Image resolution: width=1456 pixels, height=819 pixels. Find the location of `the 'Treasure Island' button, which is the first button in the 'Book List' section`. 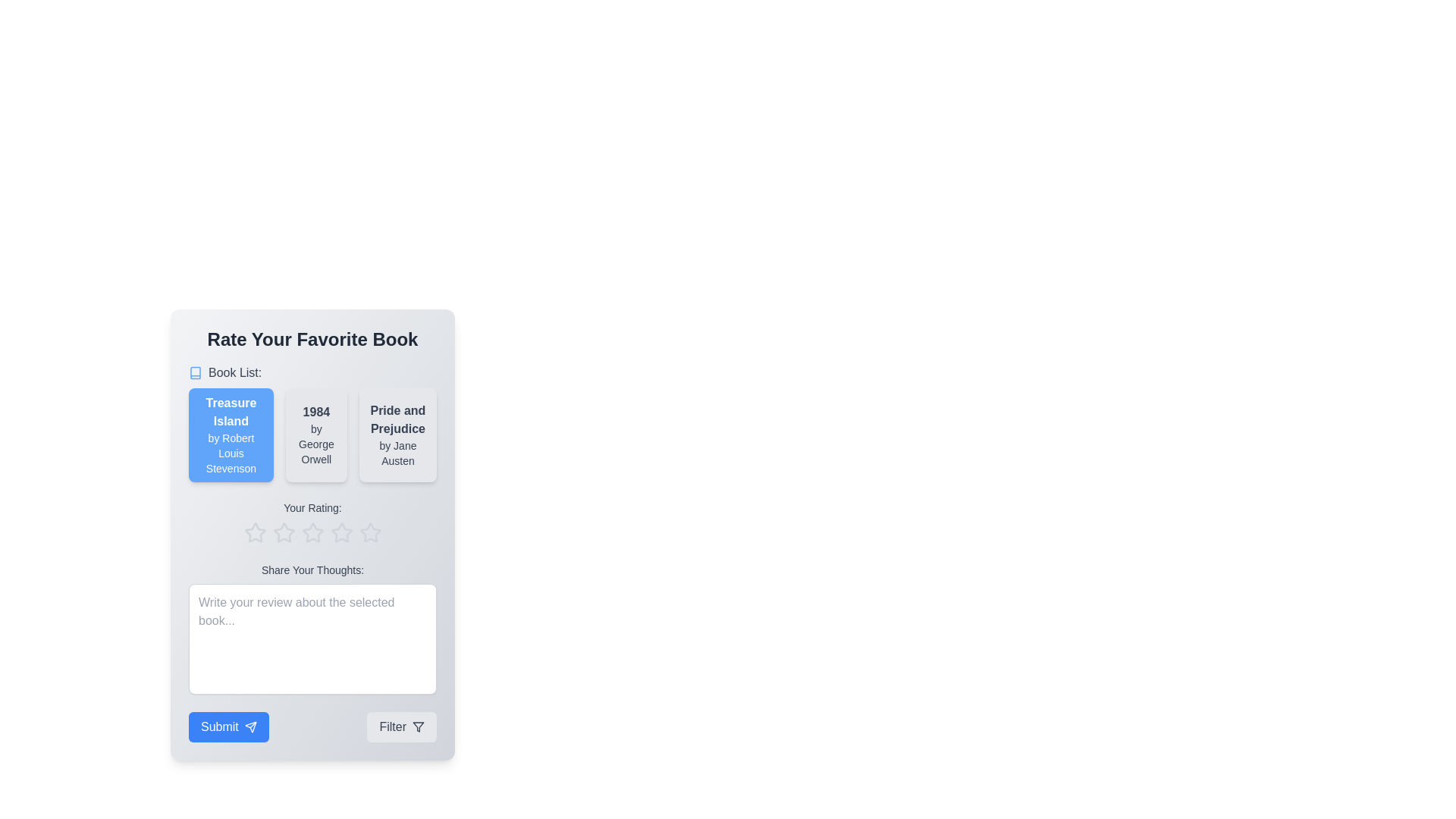

the 'Treasure Island' button, which is the first button in the 'Book List' section is located at coordinates (230, 435).